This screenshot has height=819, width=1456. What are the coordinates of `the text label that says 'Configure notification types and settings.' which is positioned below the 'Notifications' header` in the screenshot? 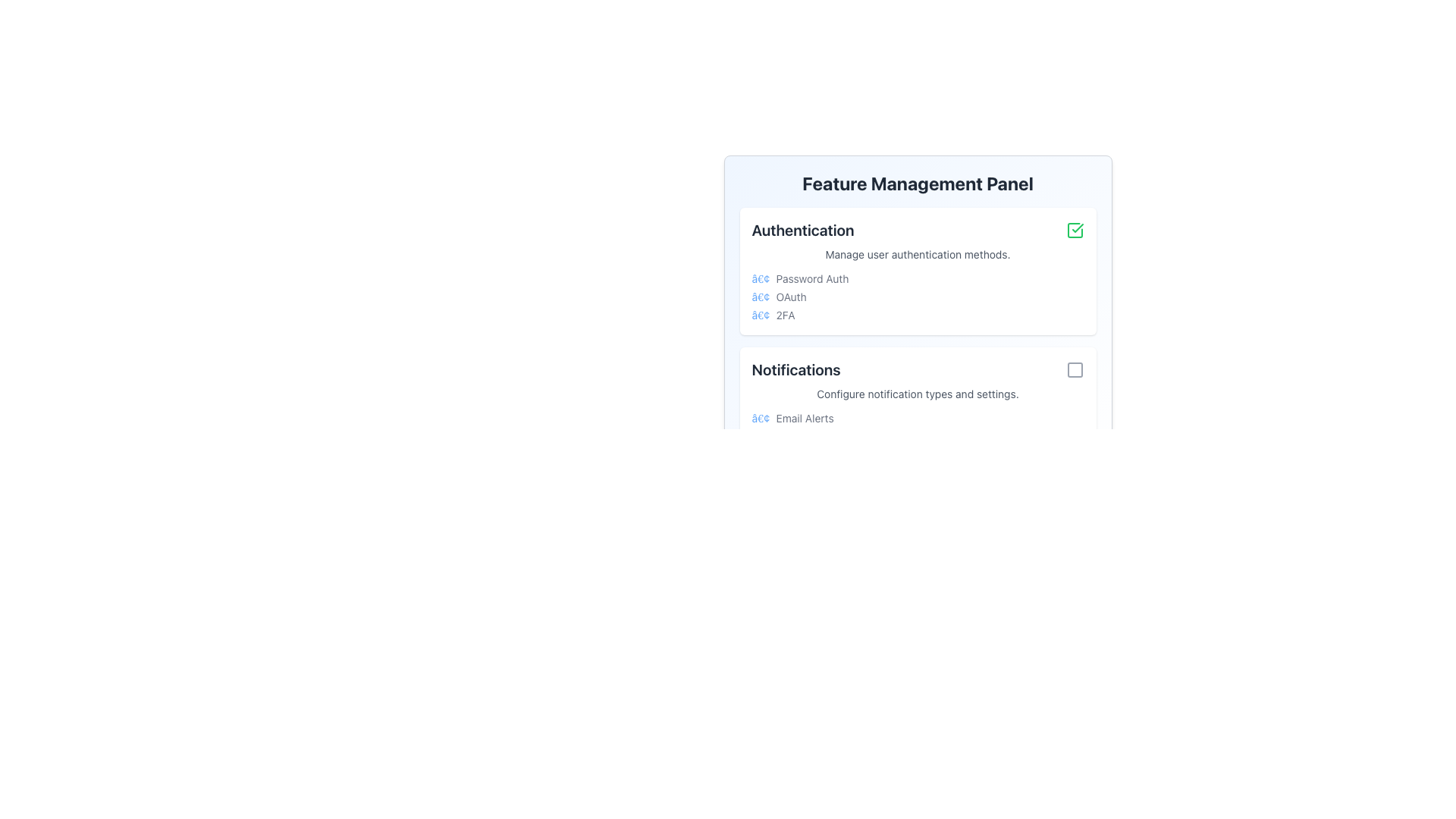 It's located at (917, 394).